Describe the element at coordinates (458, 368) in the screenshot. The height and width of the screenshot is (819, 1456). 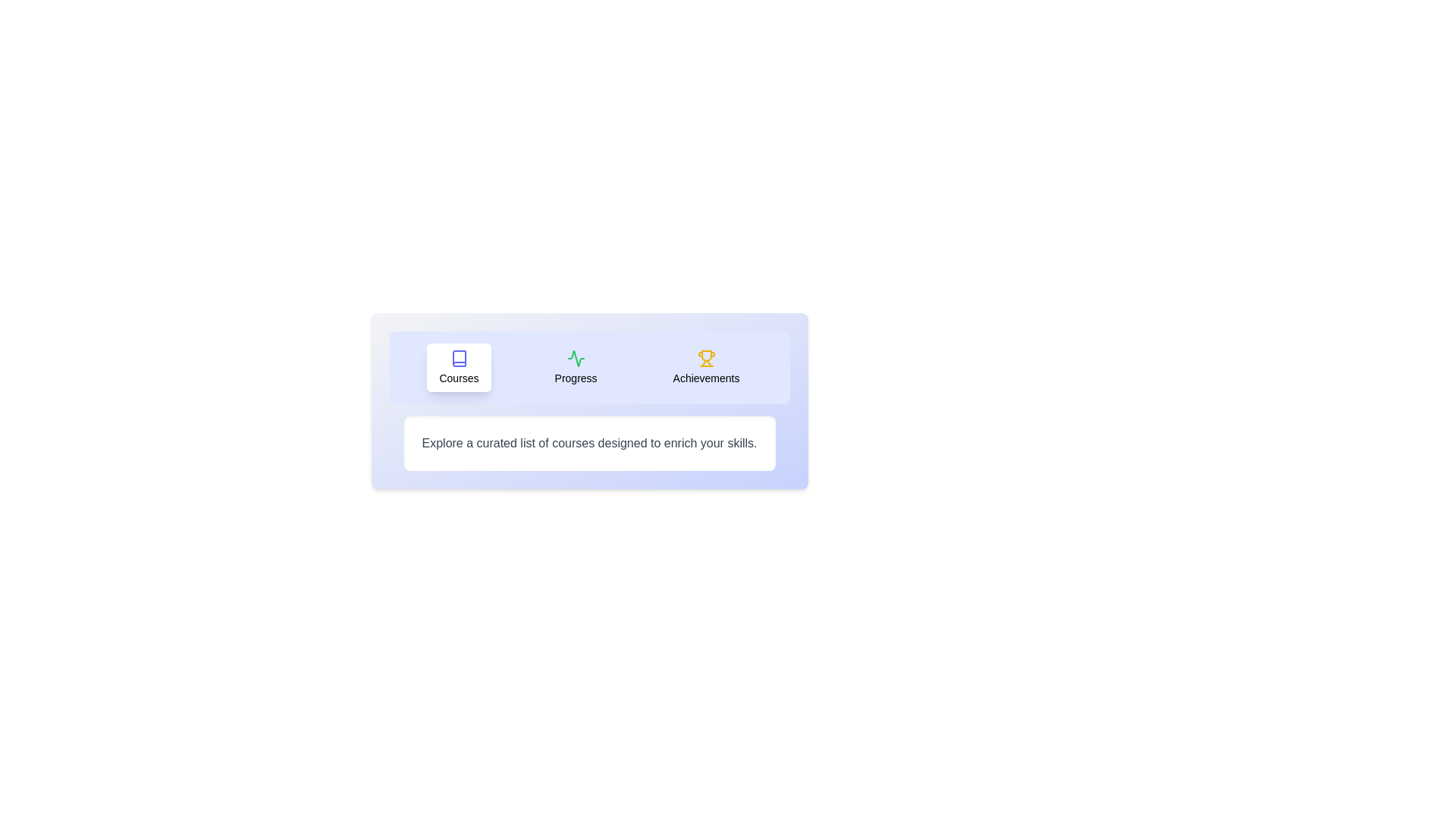
I see `the Courses tab by clicking on its button` at that location.